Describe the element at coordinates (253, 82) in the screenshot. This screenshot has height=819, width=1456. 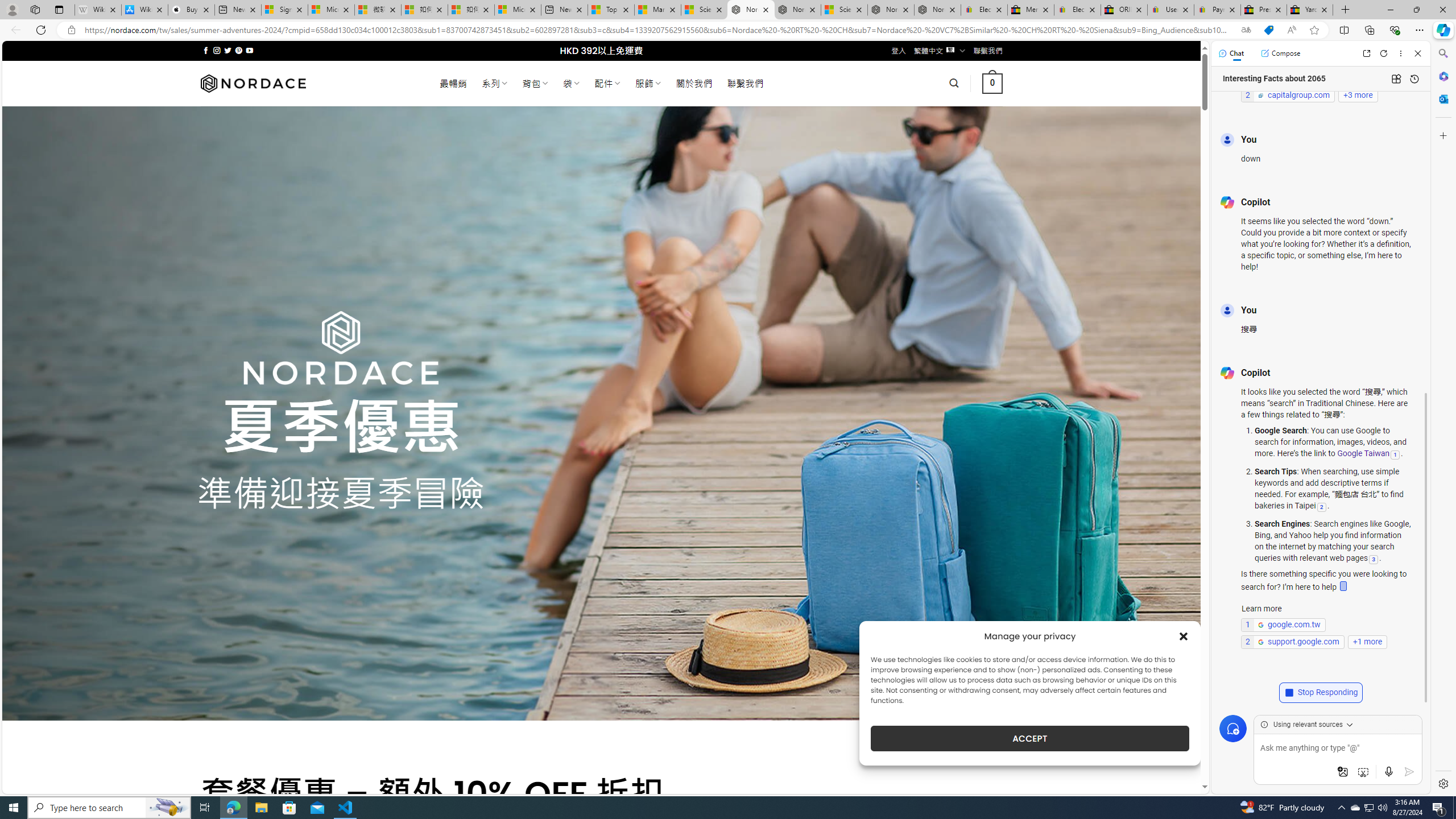
I see `'Nordace'` at that location.